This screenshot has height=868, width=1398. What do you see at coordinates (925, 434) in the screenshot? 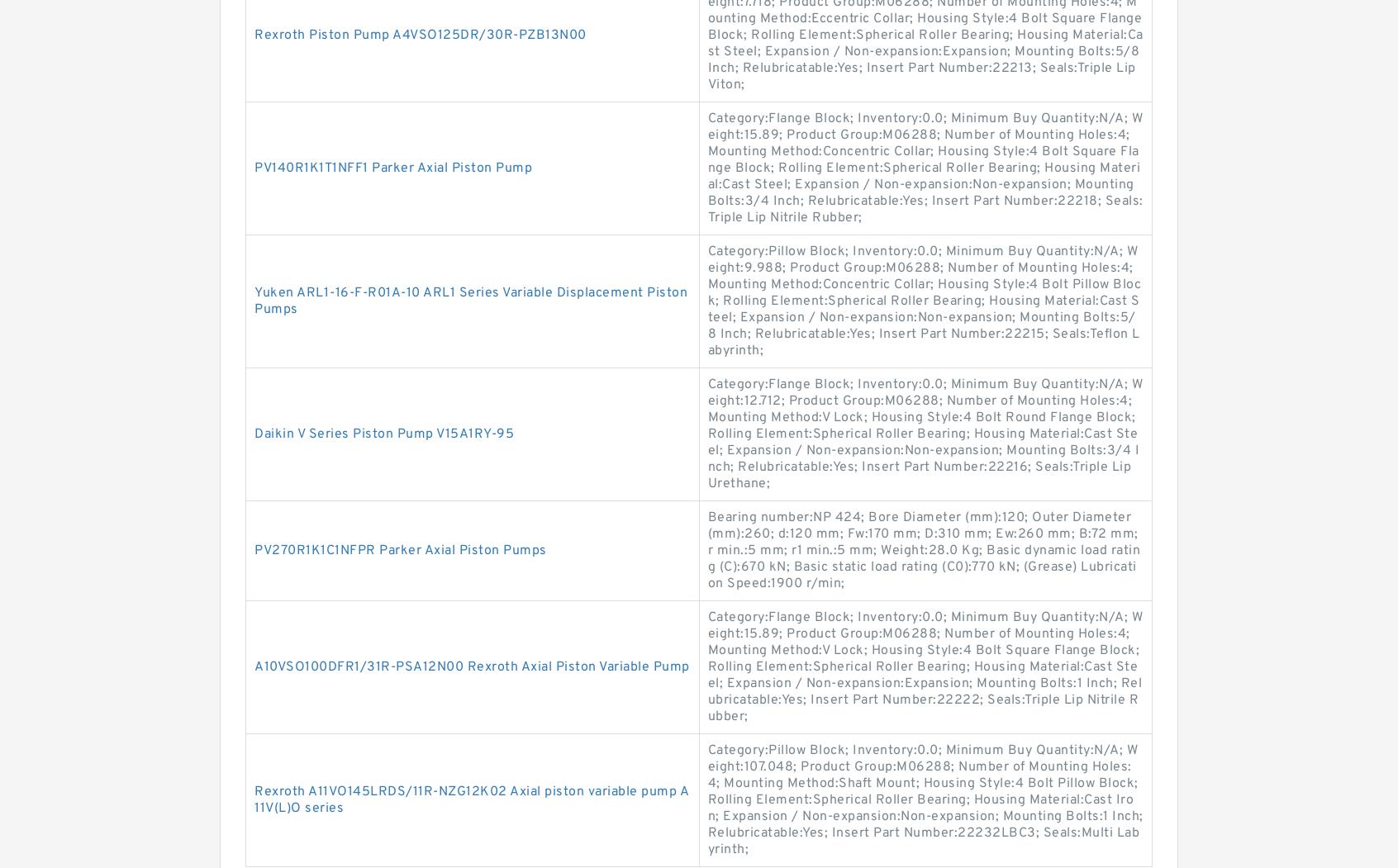
I see `'Category:Flange Block; Inventory:0.0; Minimum Buy Quantity:N/A; Weight:12.712; Product Group:M06288; Number of Mounting Holes:4; Mounting Method:V Lock; Housing Style:4 Bolt Round Flange Block; Rolling Element:Spherical Roller Bearing; Housing Material:Cast Steel; Expansion / Non-expansion:Non-expansion; Mounting Bolts:3/4 Inch; Relubricatable:Yes; Insert Part Number:22216; Seals:Triple Lip Urethane;'` at bounding box center [925, 434].